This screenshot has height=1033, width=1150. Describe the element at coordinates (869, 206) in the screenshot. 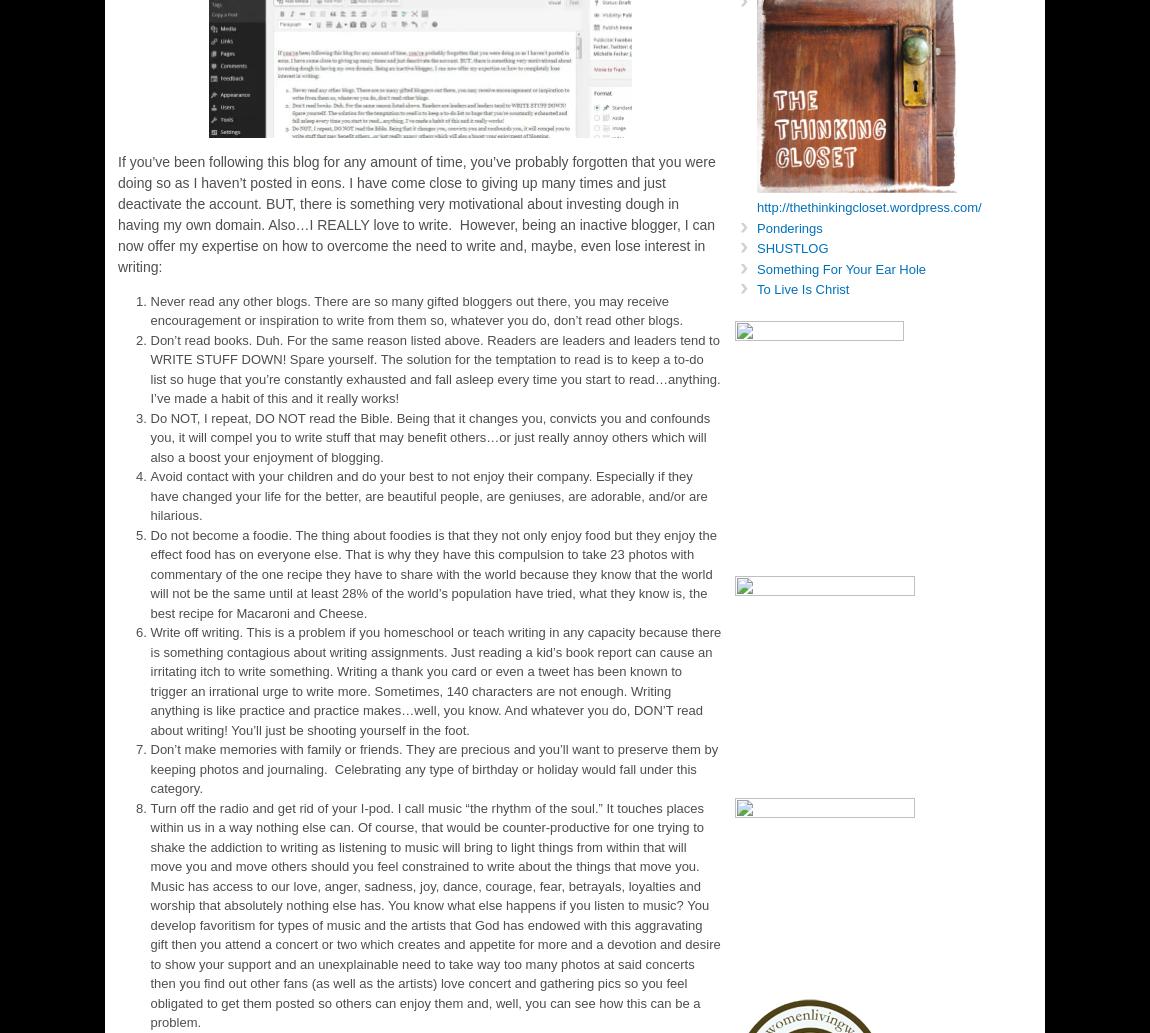

I see `'http://thethinkingcloset.wordpress.com/'` at that location.